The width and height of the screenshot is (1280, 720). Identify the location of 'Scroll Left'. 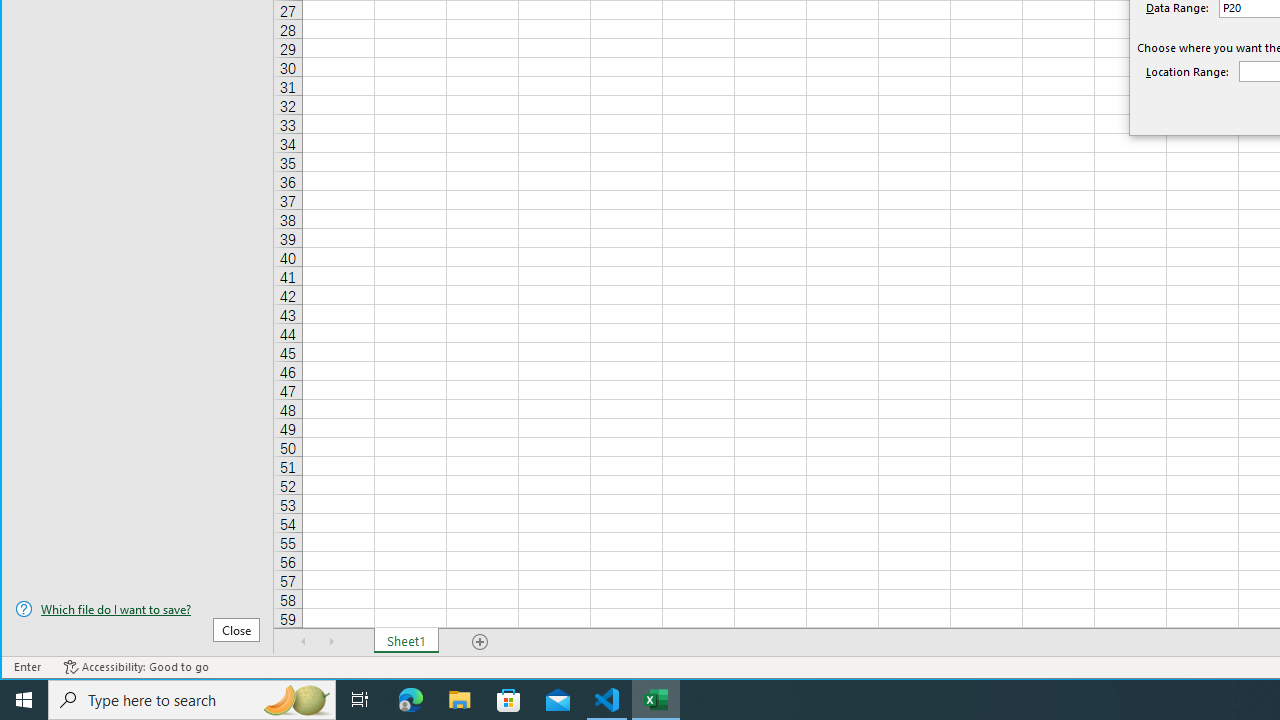
(303, 641).